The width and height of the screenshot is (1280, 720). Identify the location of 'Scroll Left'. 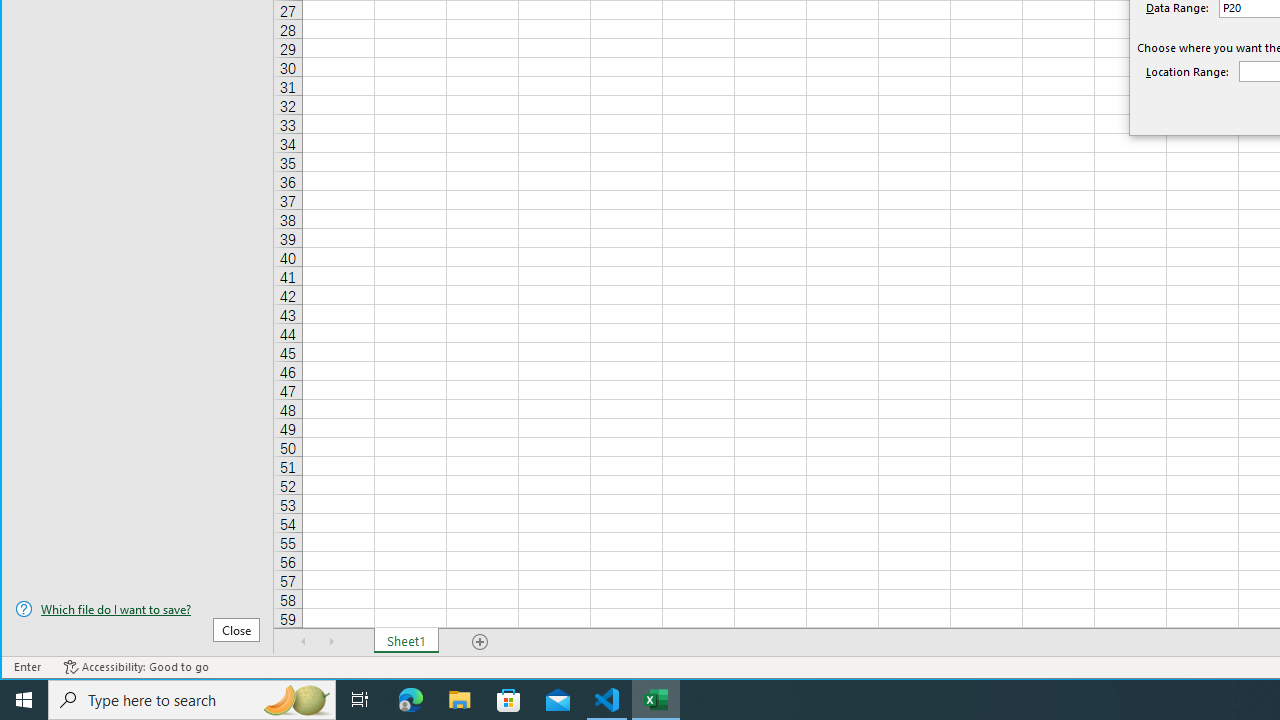
(303, 641).